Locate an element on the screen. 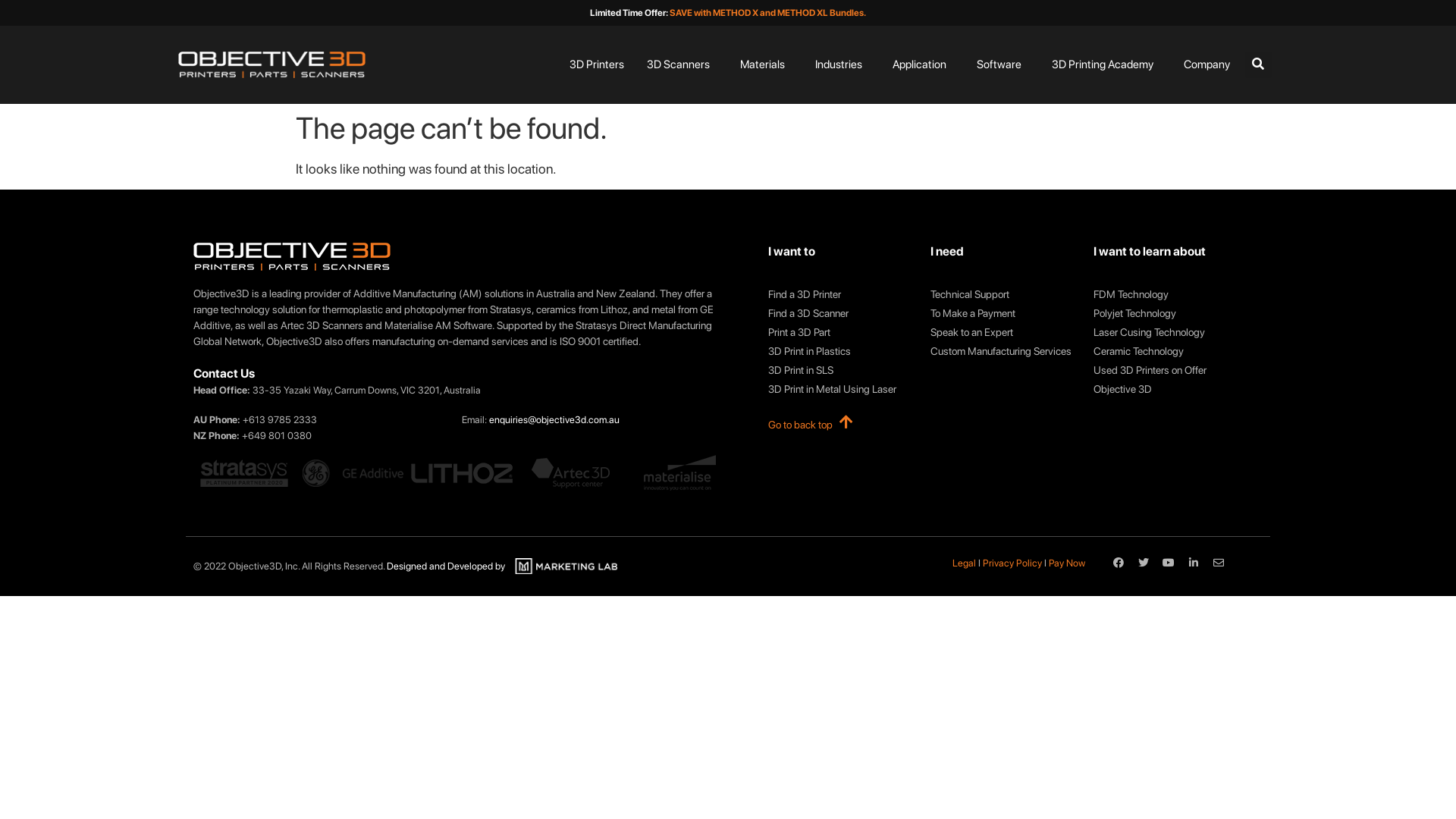 This screenshot has width=1456, height=819. 'Polyjet Technology' is located at coordinates (1165, 312).